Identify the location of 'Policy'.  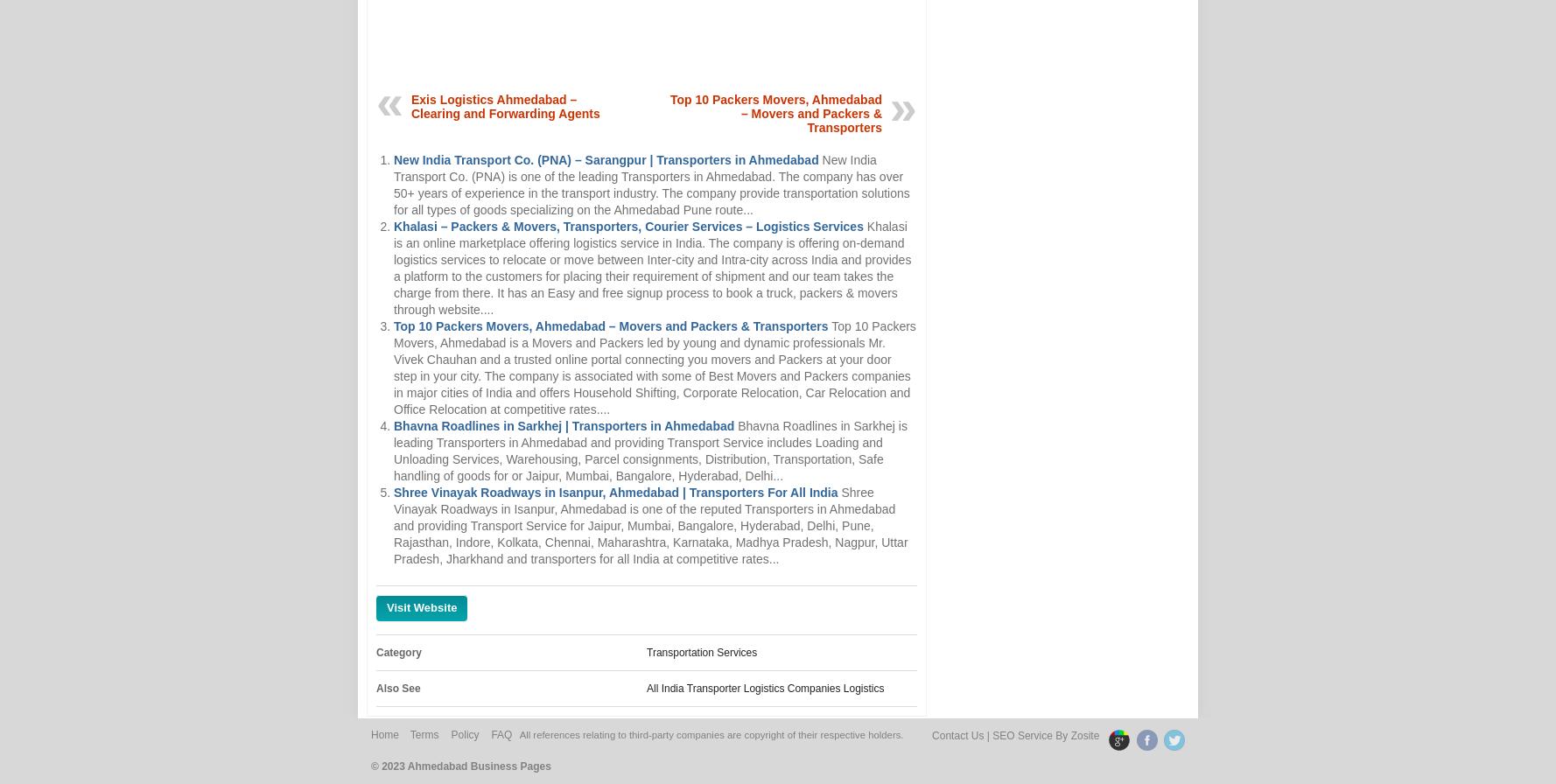
(465, 735).